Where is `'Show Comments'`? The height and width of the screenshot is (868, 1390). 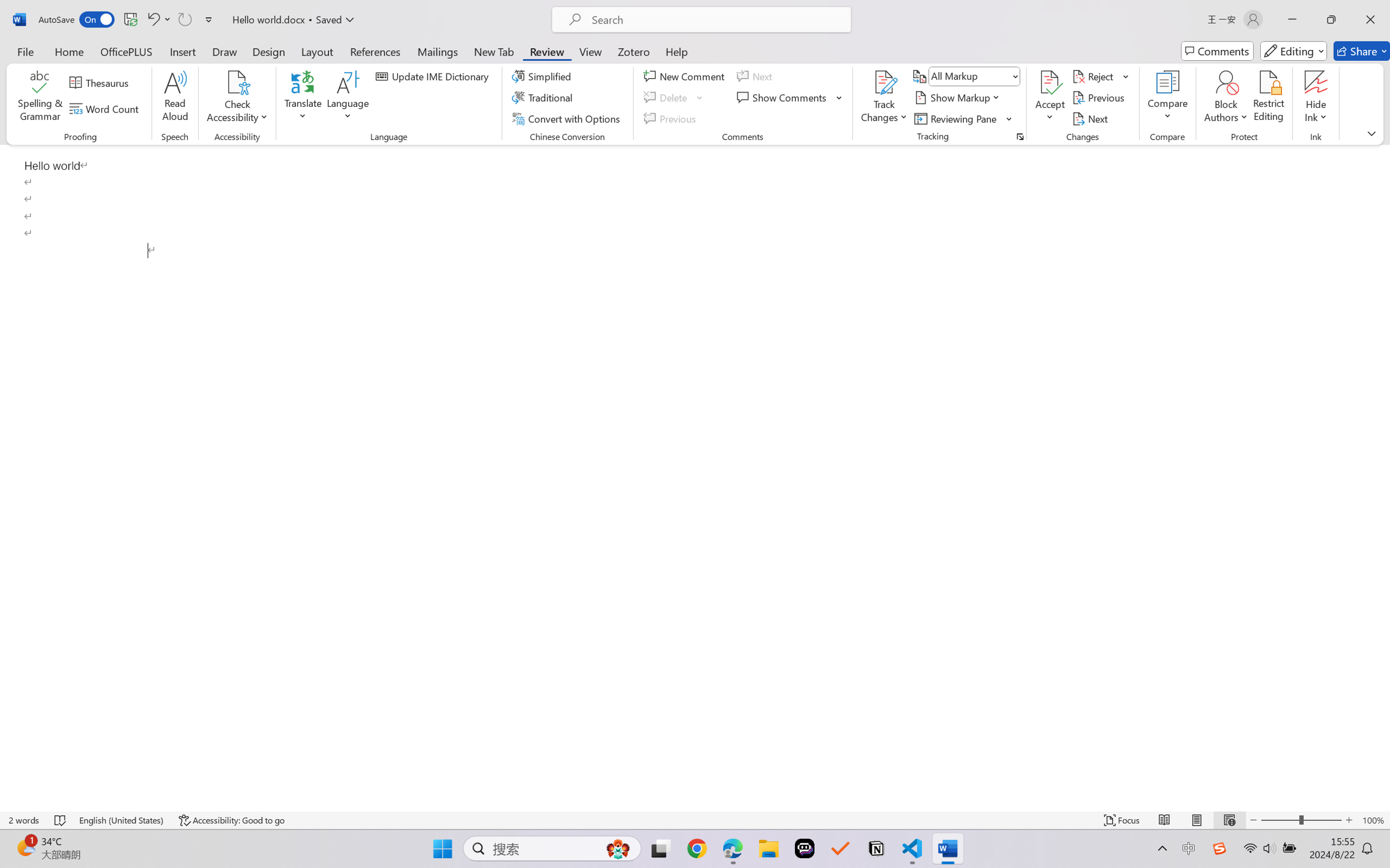 'Show Comments' is located at coordinates (783, 98).